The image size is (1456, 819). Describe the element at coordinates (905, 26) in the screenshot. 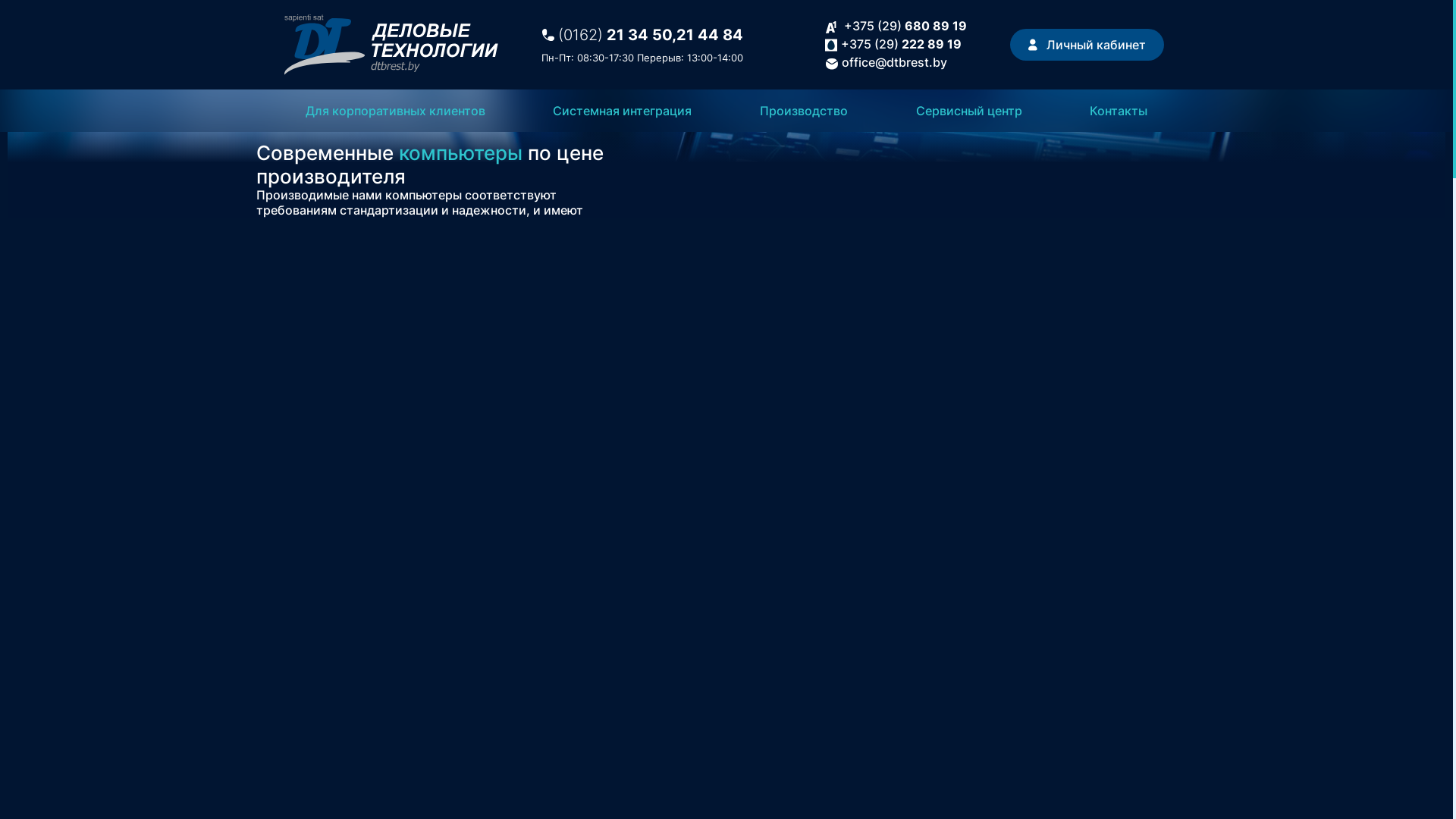

I see `'+375 (29) 680 89 19'` at that location.